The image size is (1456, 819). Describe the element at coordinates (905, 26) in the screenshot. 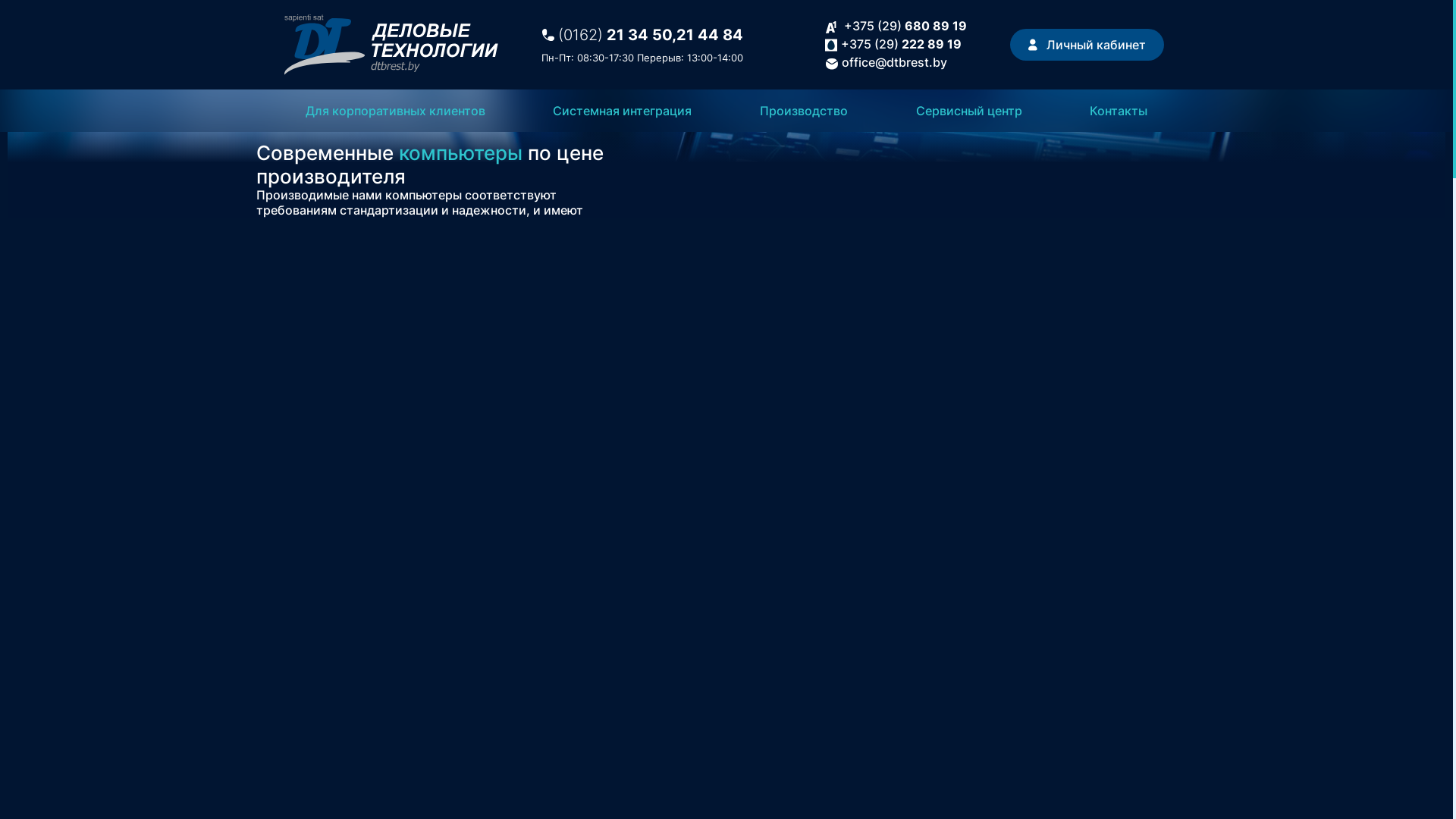

I see `'+375 (29) 680 89 19'` at that location.